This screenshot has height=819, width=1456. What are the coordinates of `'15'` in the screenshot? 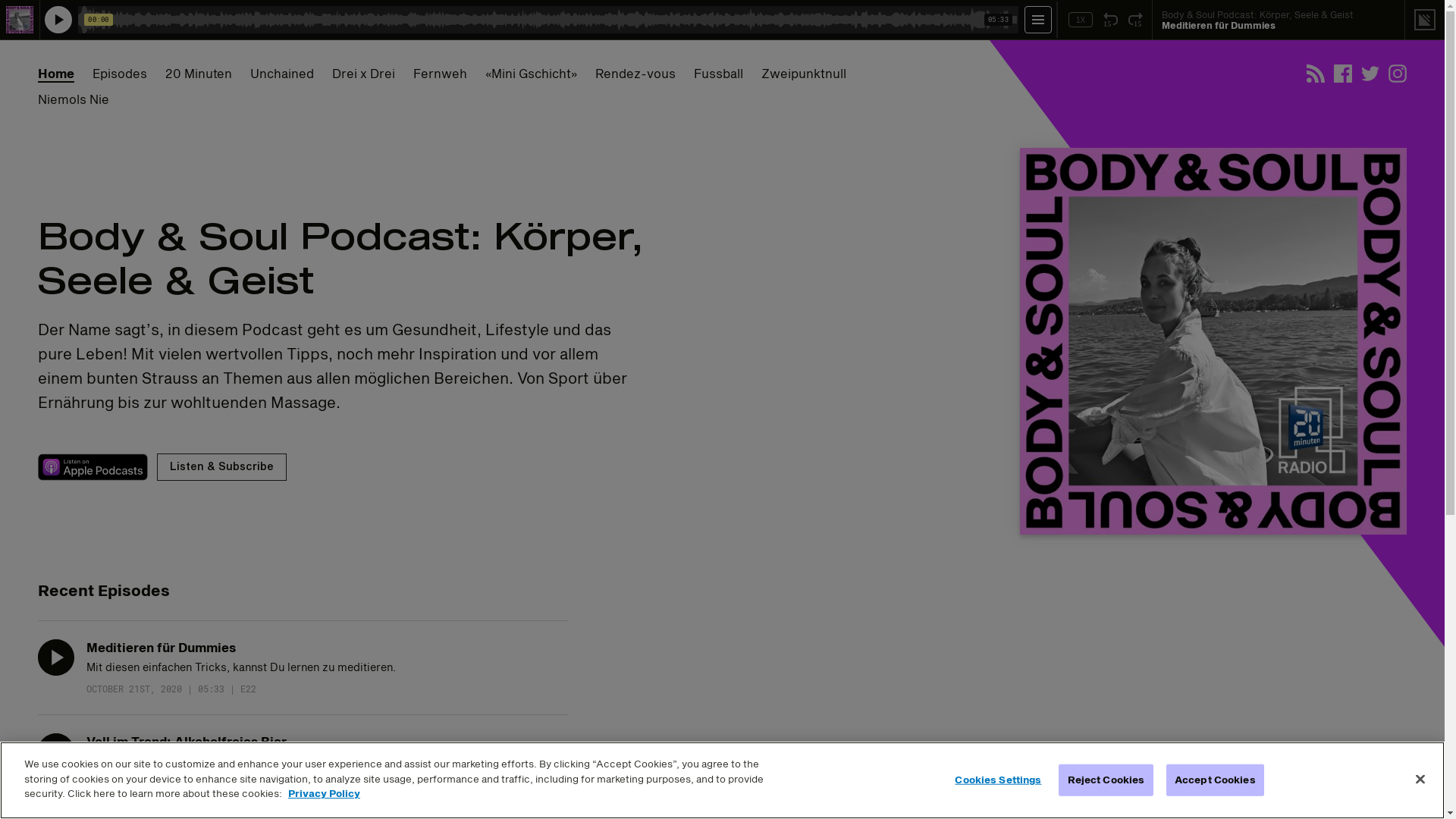 It's located at (1110, 20).